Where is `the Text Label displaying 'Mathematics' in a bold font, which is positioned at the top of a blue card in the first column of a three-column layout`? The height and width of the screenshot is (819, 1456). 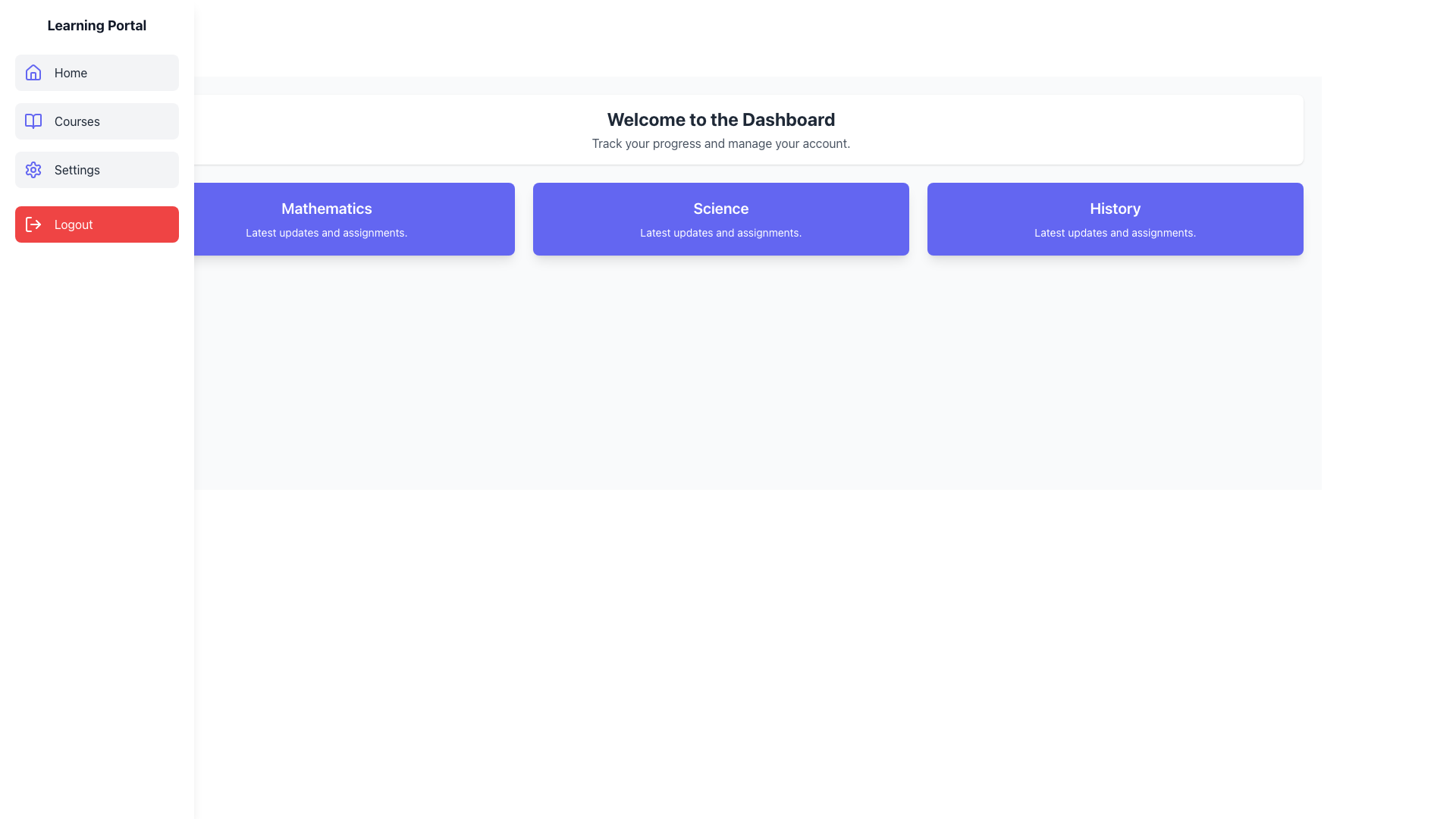
the Text Label displaying 'Mathematics' in a bold font, which is positioned at the top of a blue card in the first column of a three-column layout is located at coordinates (326, 208).